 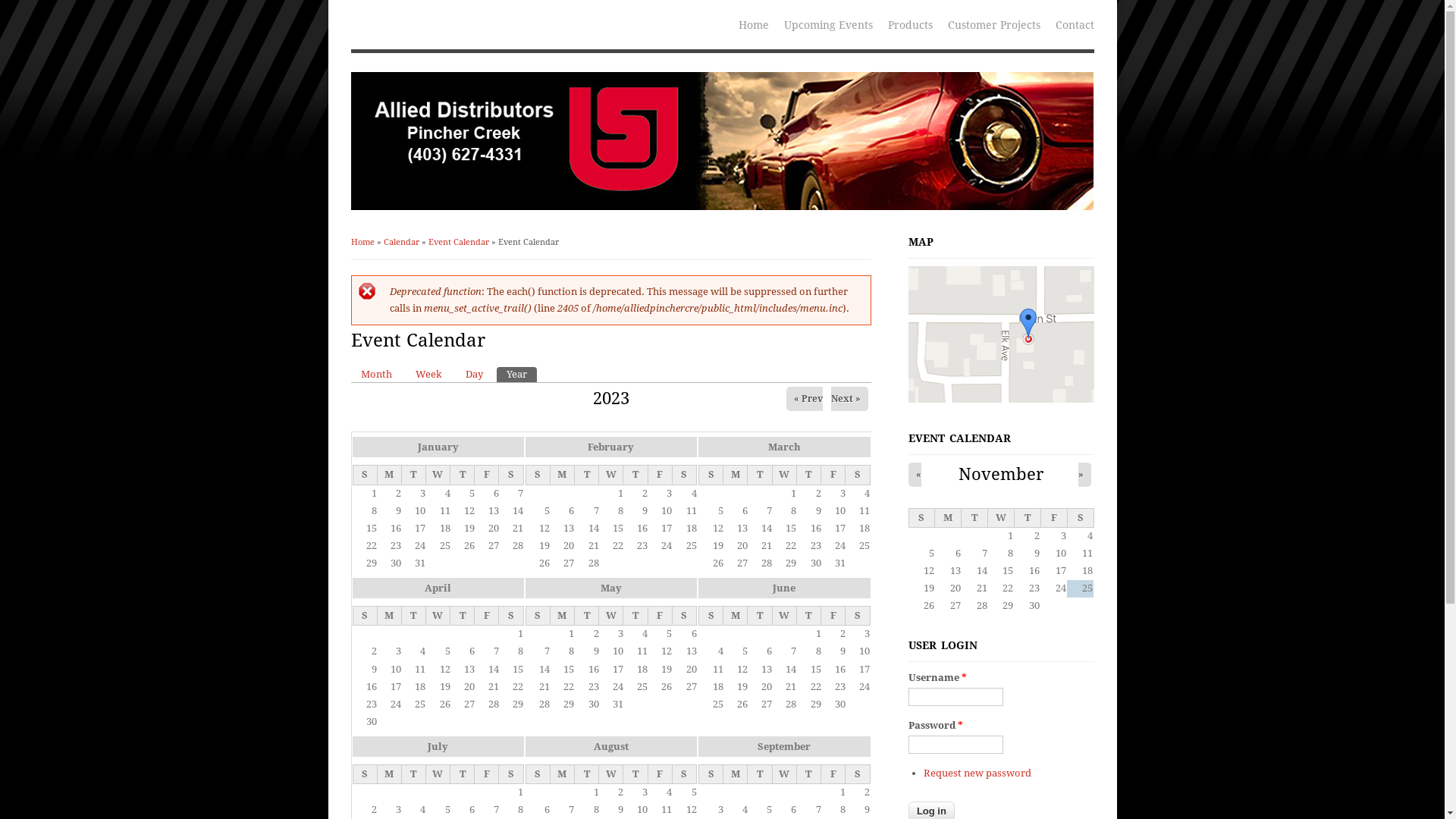 I want to click on 'August', so click(x=611, y=745).